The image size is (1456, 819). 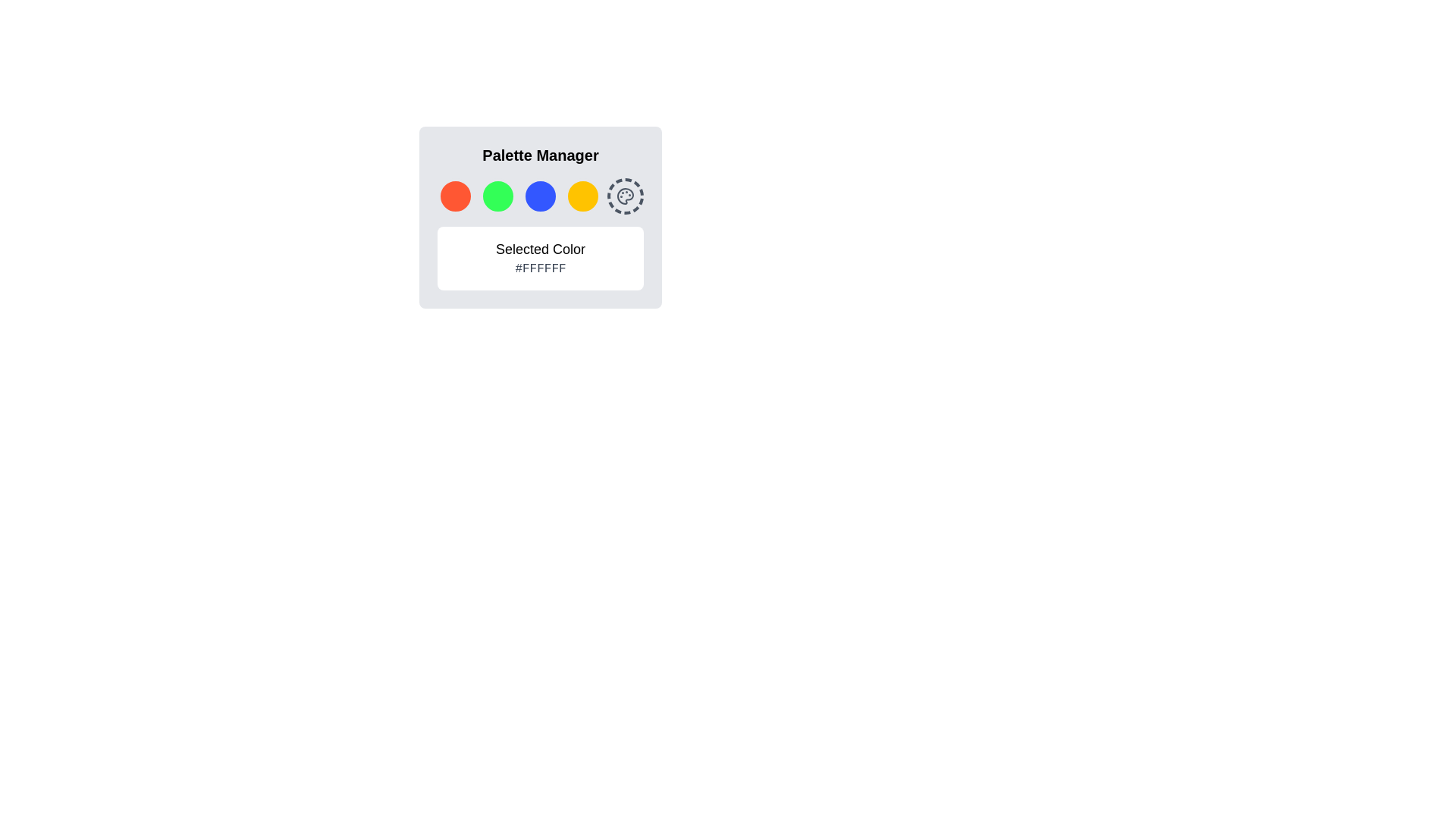 What do you see at coordinates (541, 195) in the screenshot?
I see `the third circular button in the Palette Manager interface` at bounding box center [541, 195].